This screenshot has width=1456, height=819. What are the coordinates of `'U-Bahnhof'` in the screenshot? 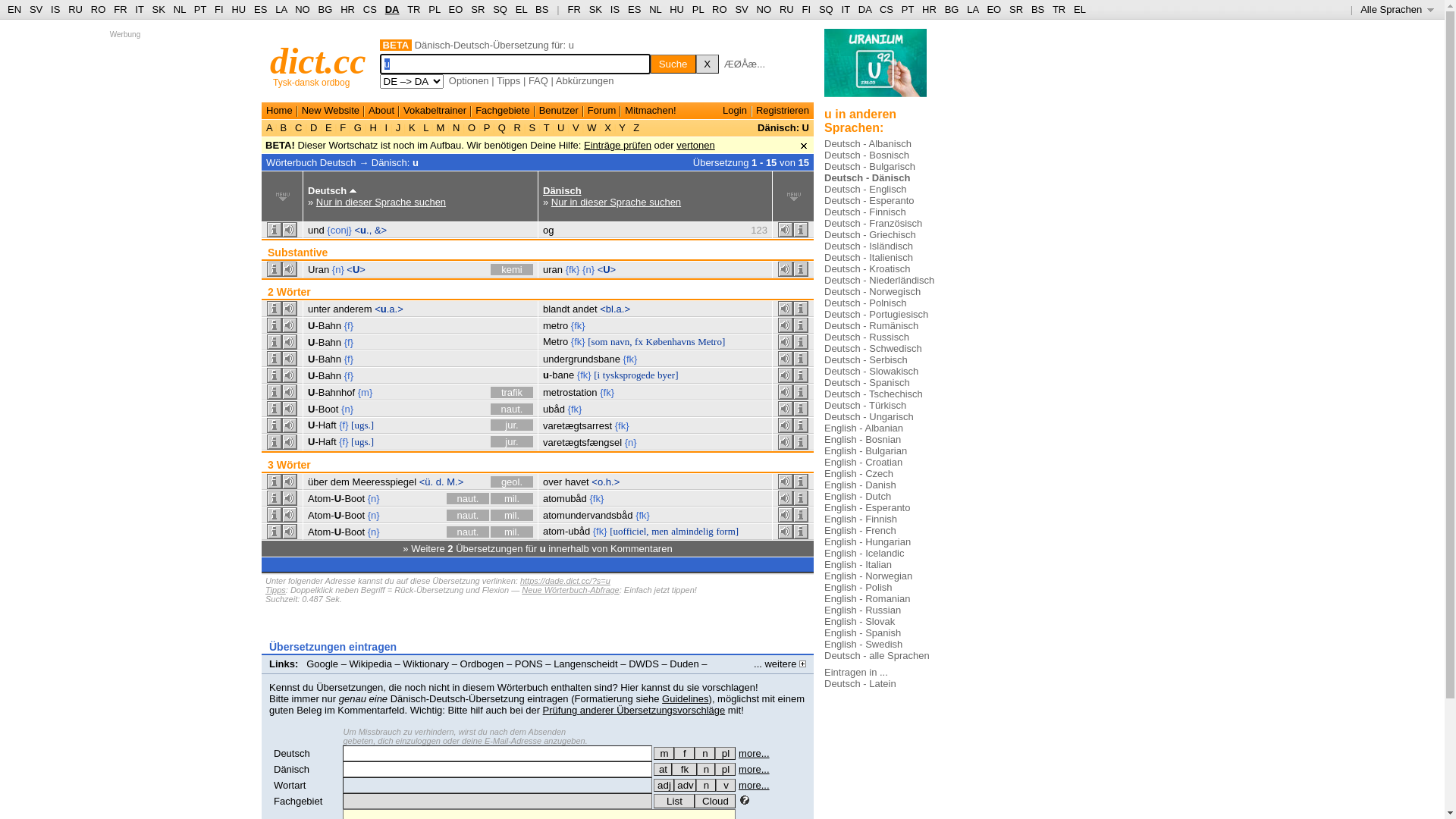 It's located at (307, 391).